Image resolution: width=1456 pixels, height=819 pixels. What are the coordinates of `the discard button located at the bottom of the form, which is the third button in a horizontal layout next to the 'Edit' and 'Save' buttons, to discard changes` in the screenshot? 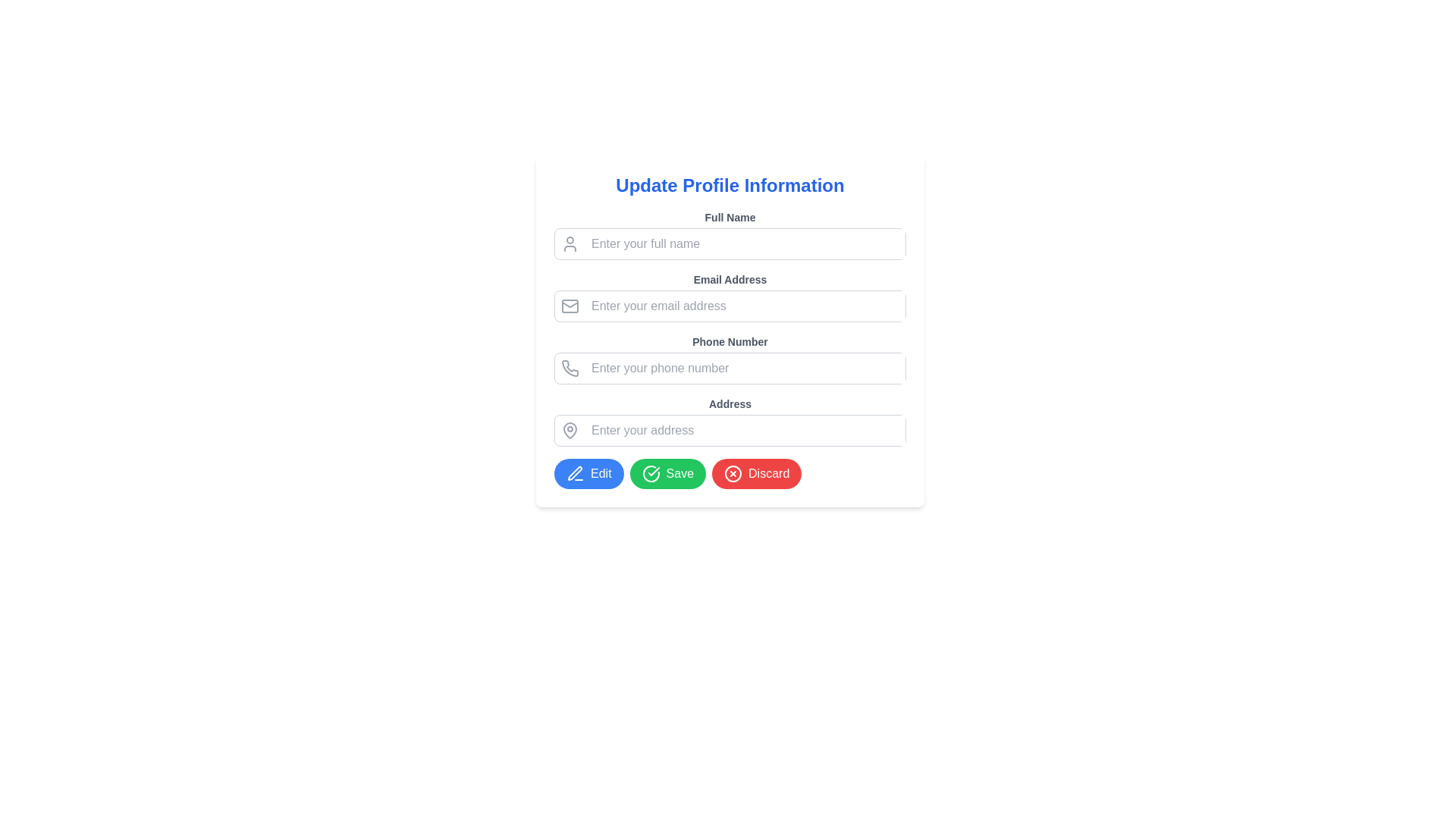 It's located at (757, 472).